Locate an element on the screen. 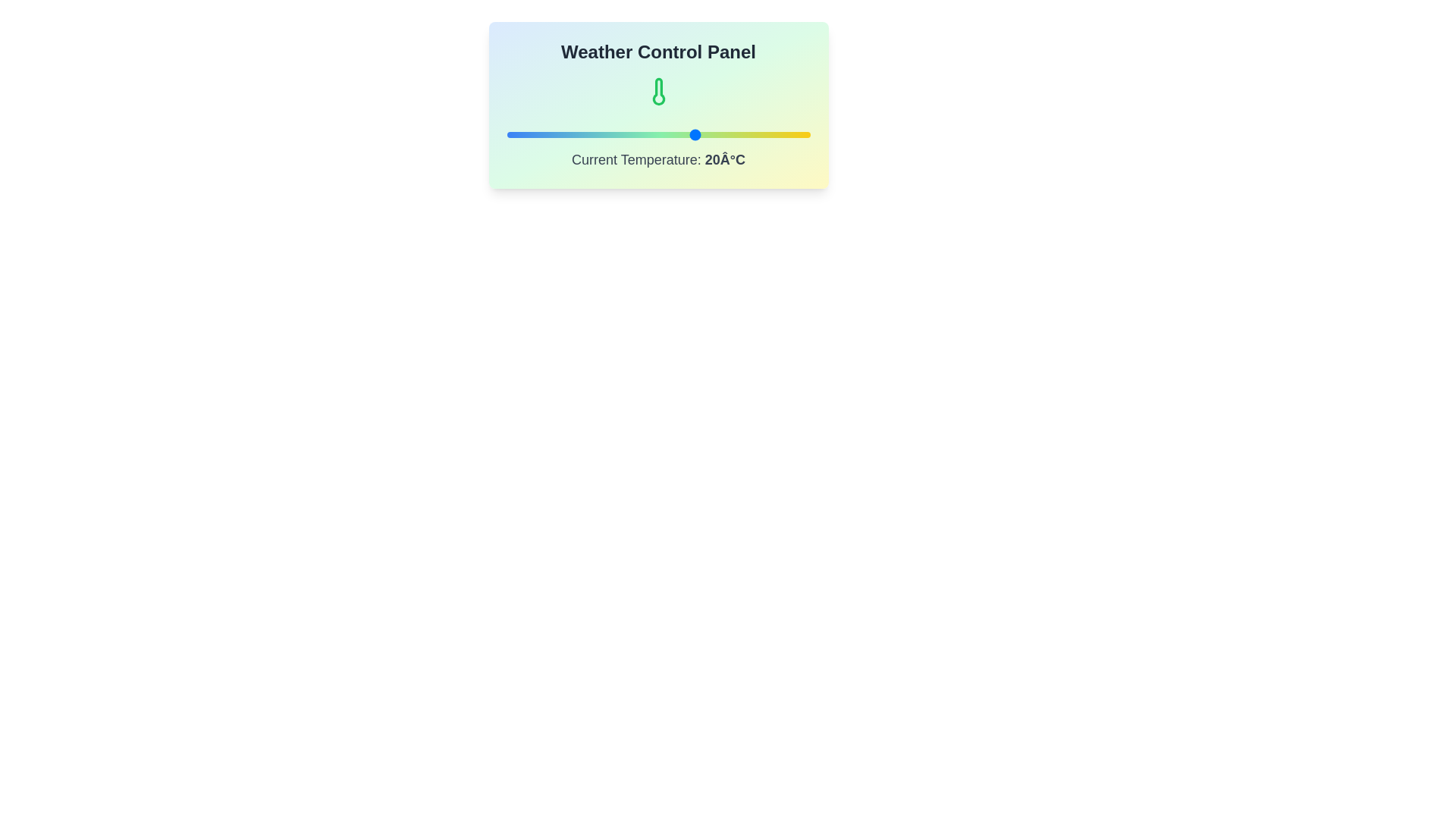  the temperature slider to -6°C to observe the icon change is located at coordinates (597, 133).